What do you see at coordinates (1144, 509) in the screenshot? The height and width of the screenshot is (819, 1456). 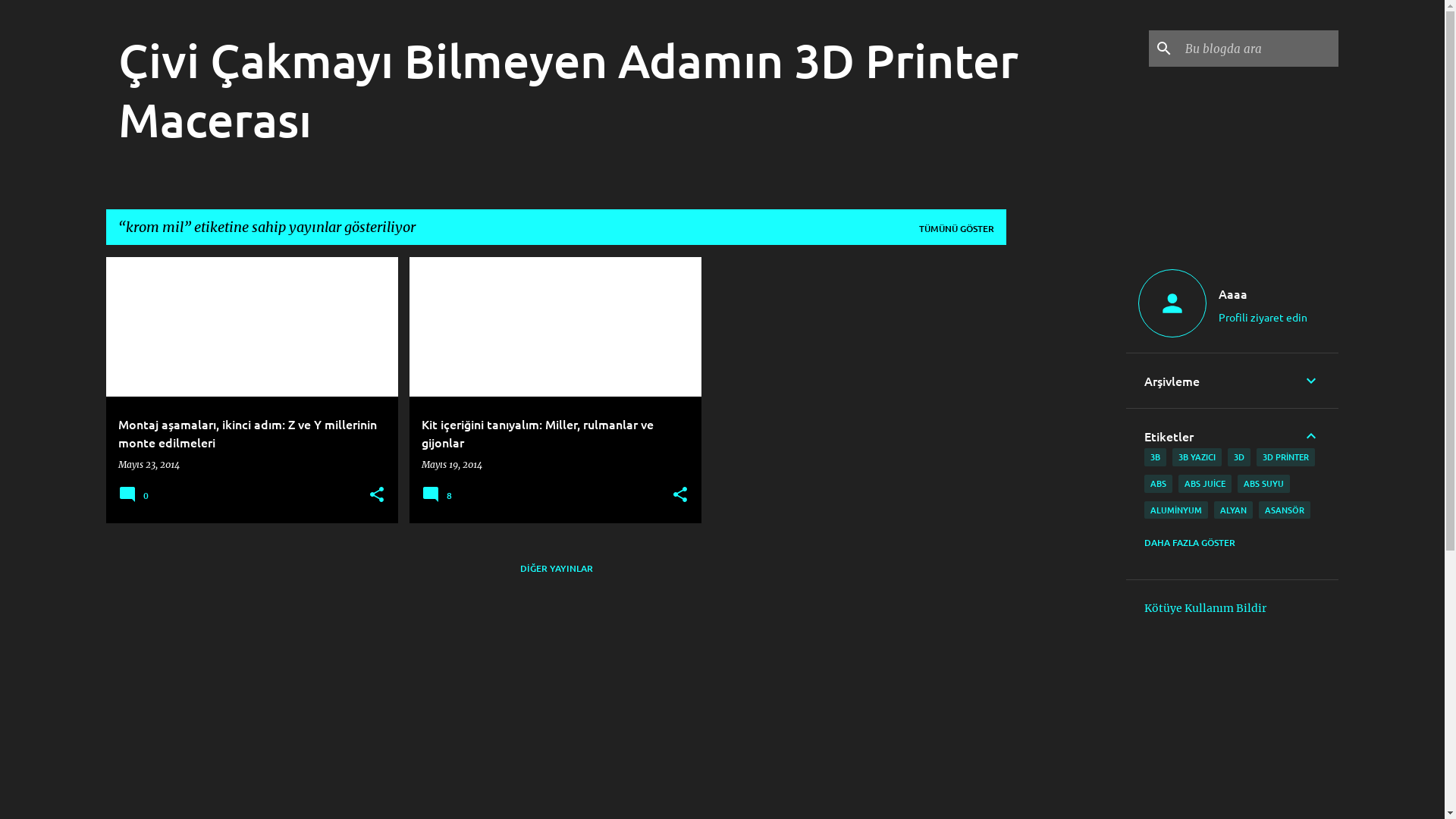 I see `'ALUMINYUM'` at bounding box center [1144, 509].